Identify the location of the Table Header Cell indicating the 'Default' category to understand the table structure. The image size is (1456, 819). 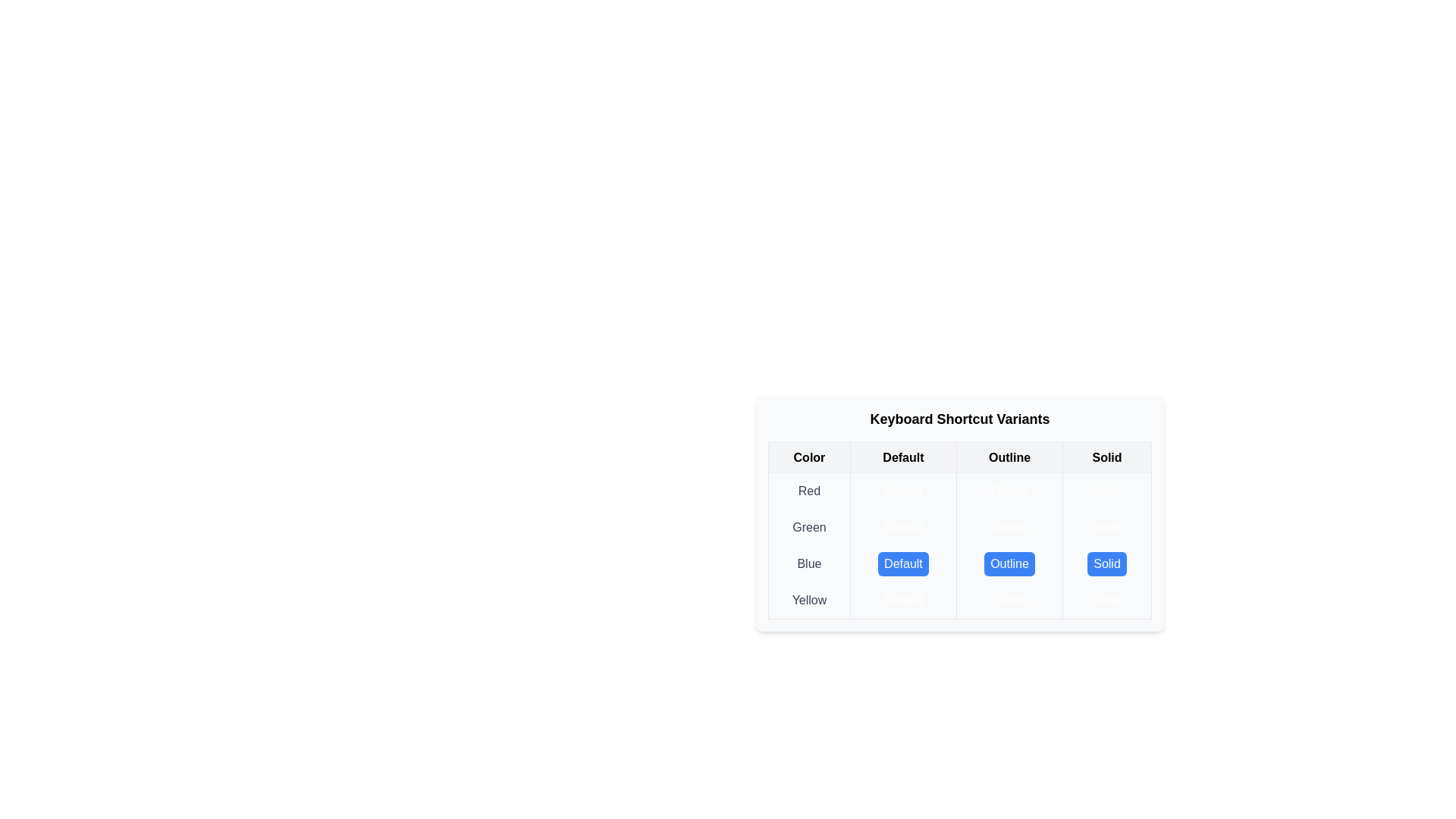
(903, 457).